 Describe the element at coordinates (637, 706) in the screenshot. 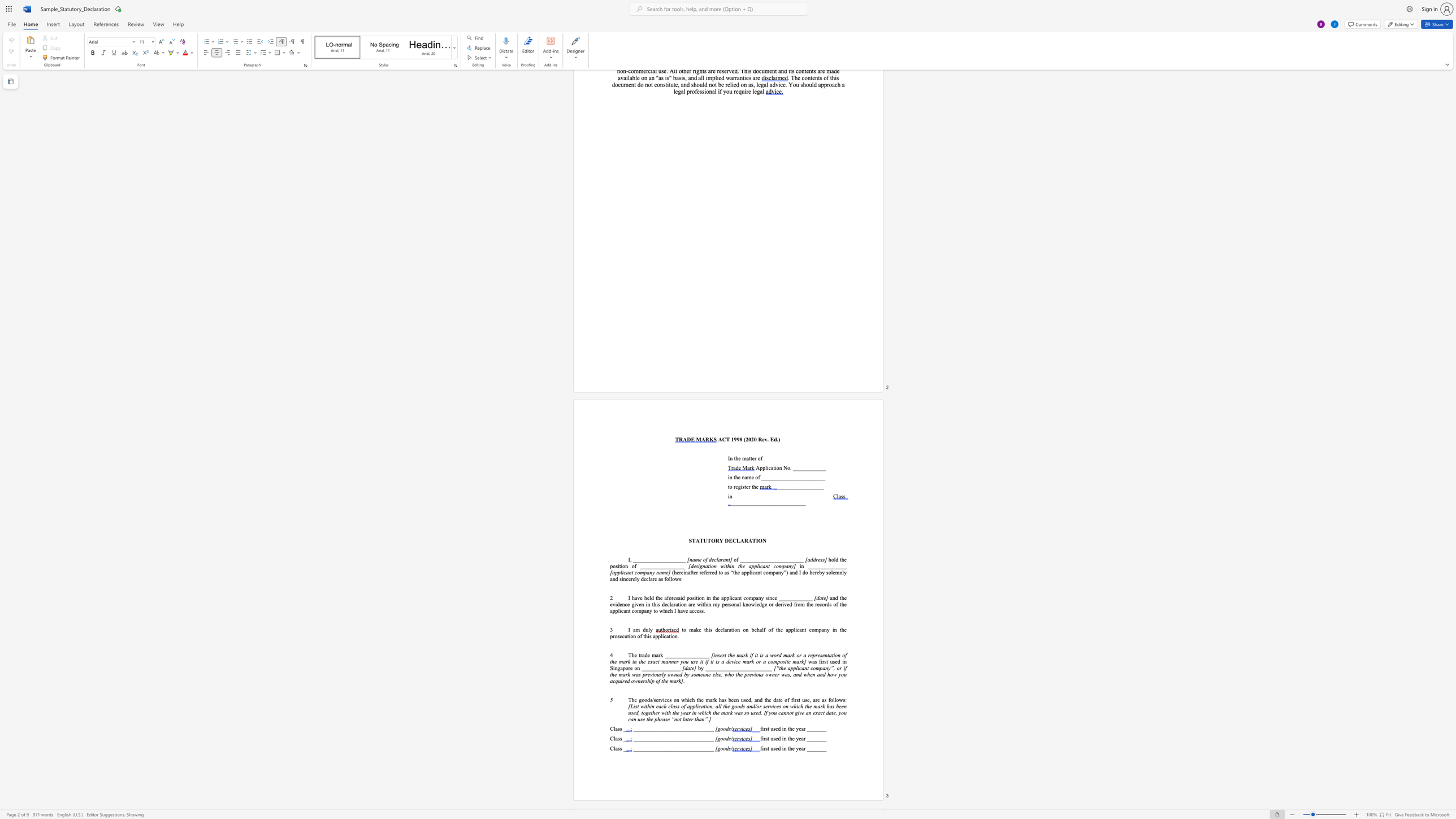

I see `the subset text "t within each class of appl" within the text "[List within each class of application, all the goods and/or services on which the mark has been used, together with the year in which the mark was so used. If you cannot give an exact date, you can use the phrase “not later than"` at that location.